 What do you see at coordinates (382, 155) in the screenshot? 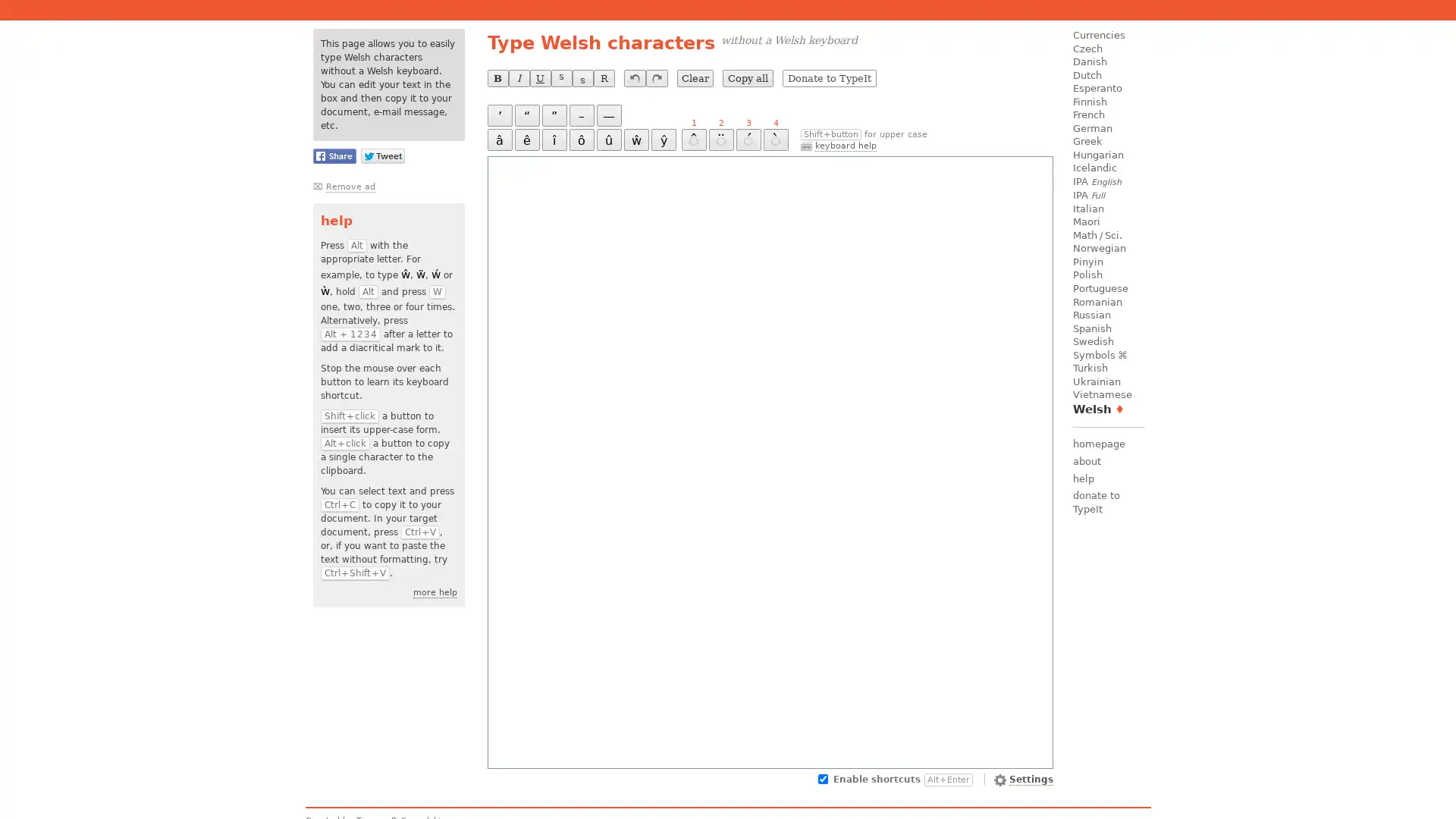
I see `Share this page on Twitter` at bounding box center [382, 155].